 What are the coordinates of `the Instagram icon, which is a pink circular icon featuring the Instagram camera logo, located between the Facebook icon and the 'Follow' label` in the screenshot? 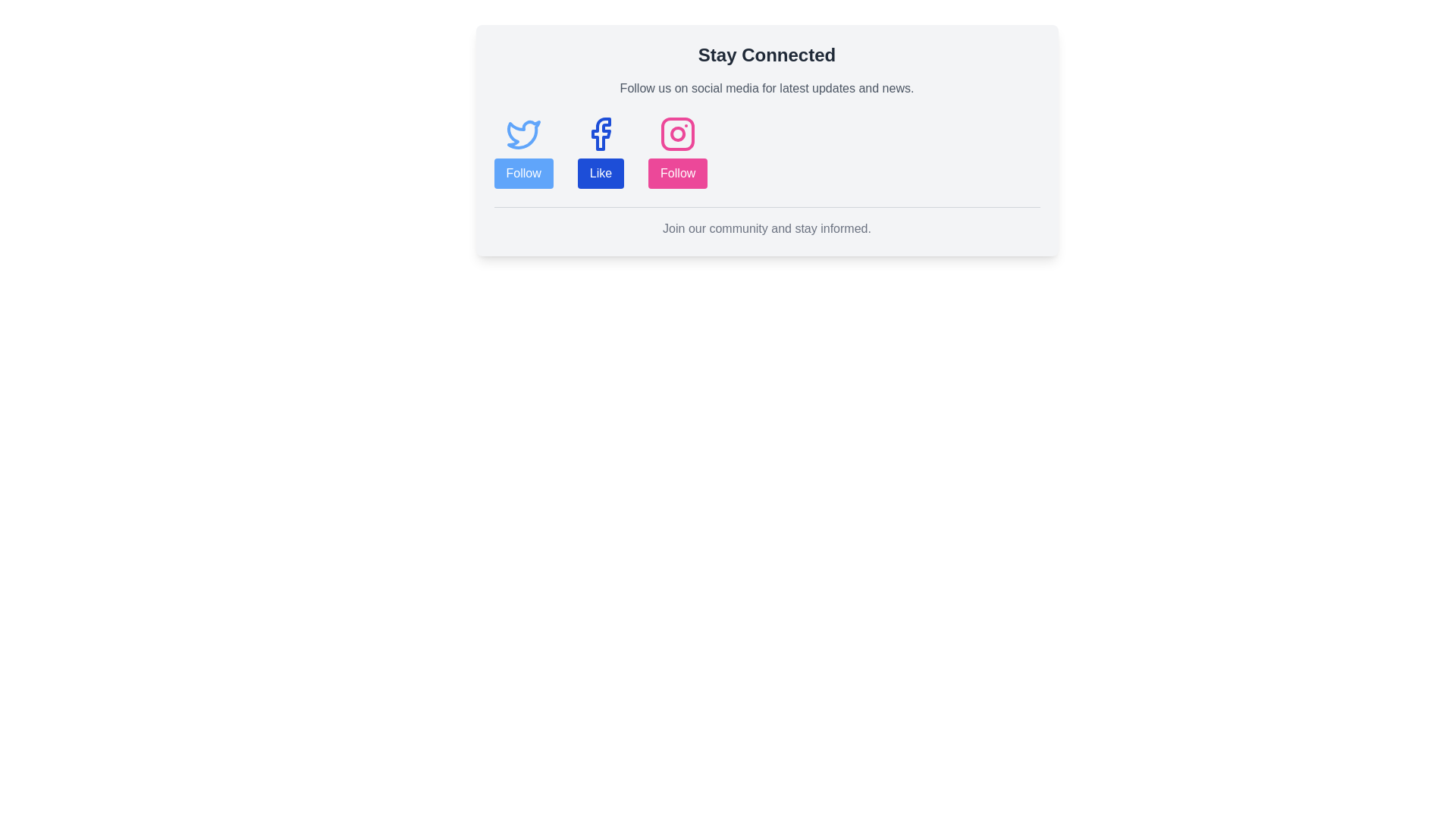 It's located at (677, 133).